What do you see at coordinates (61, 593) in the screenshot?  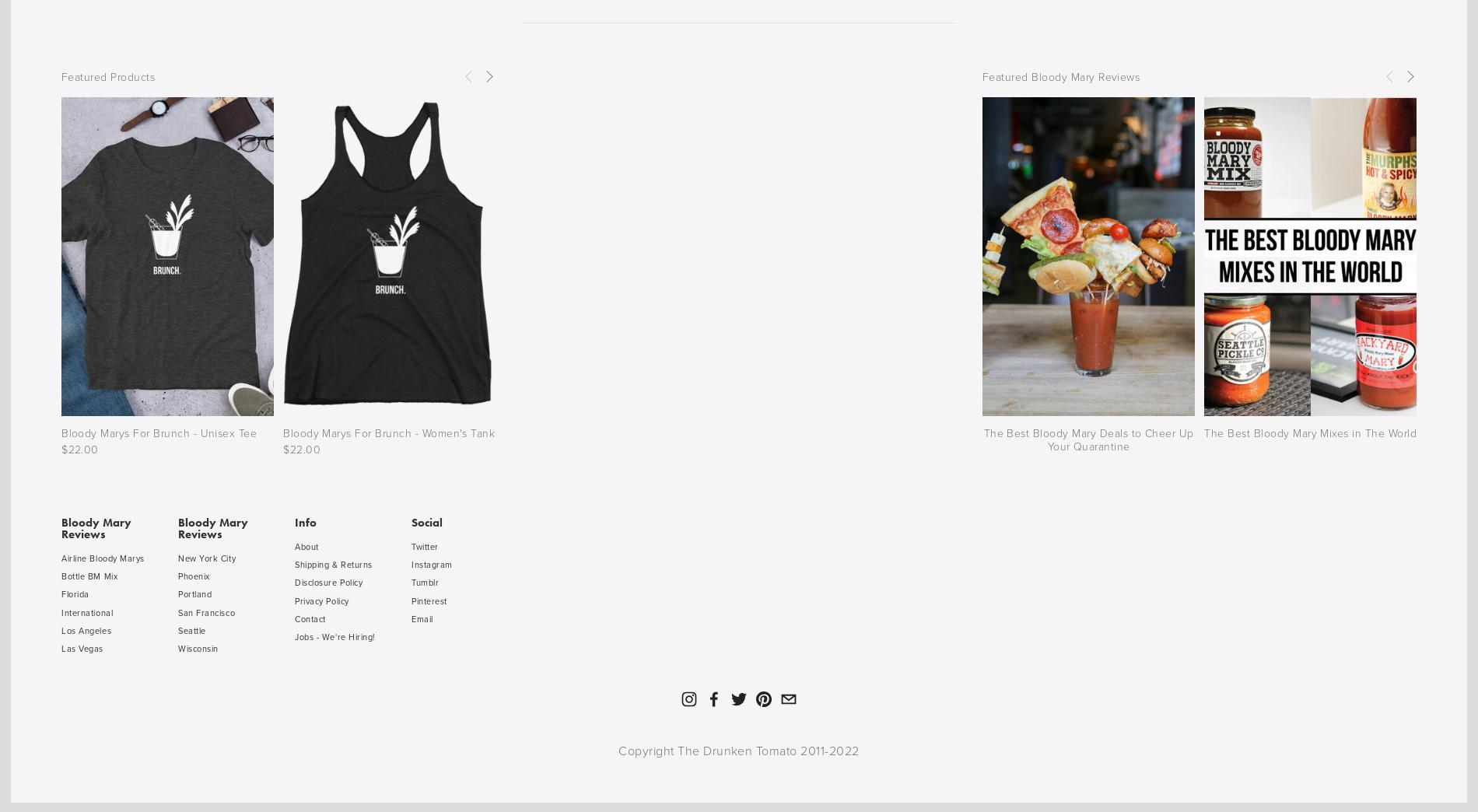 I see `'Florida'` at bounding box center [61, 593].